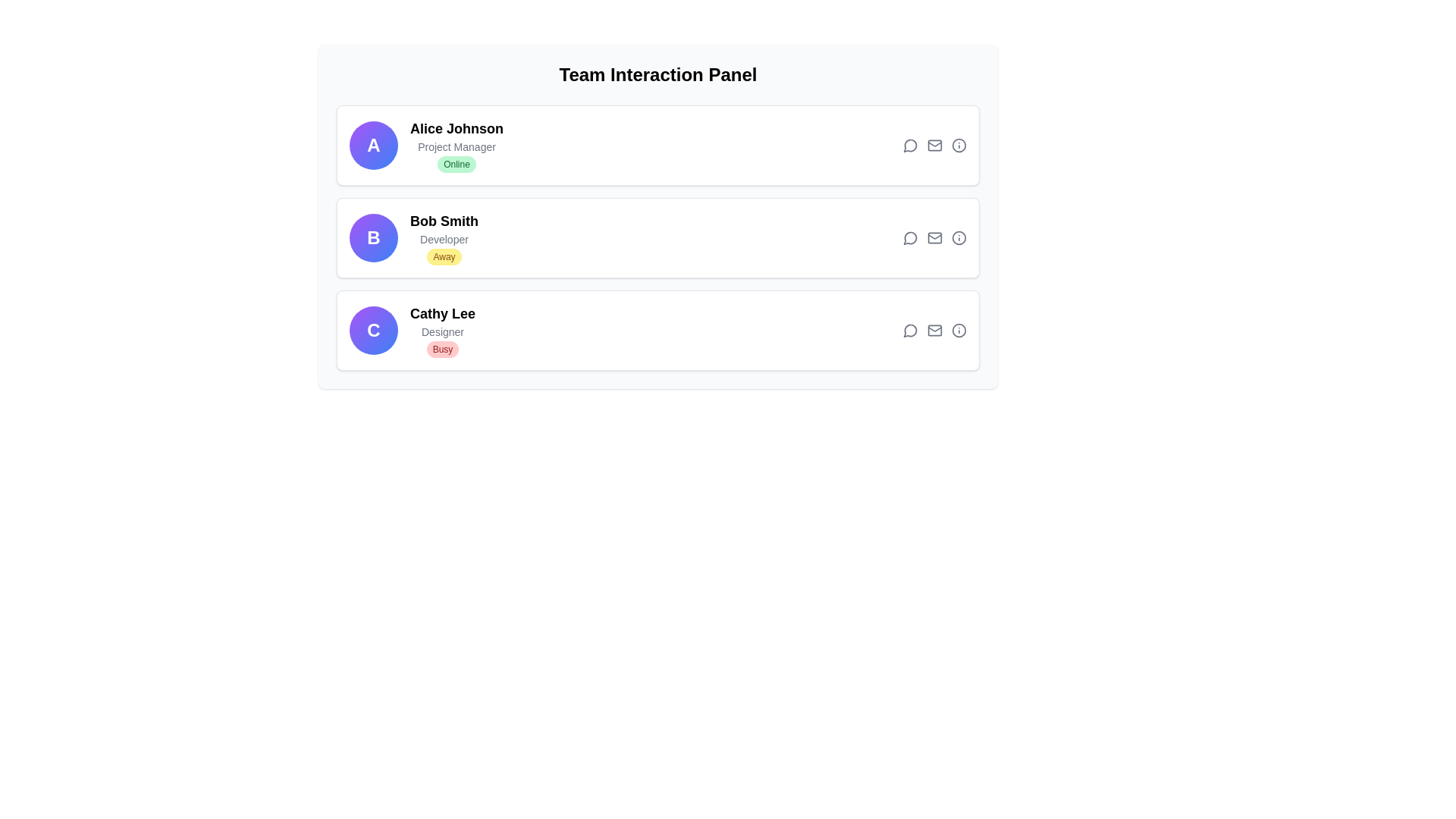  Describe the element at coordinates (658, 237) in the screenshot. I see `the second member's card in the Team Interaction Panel` at that location.